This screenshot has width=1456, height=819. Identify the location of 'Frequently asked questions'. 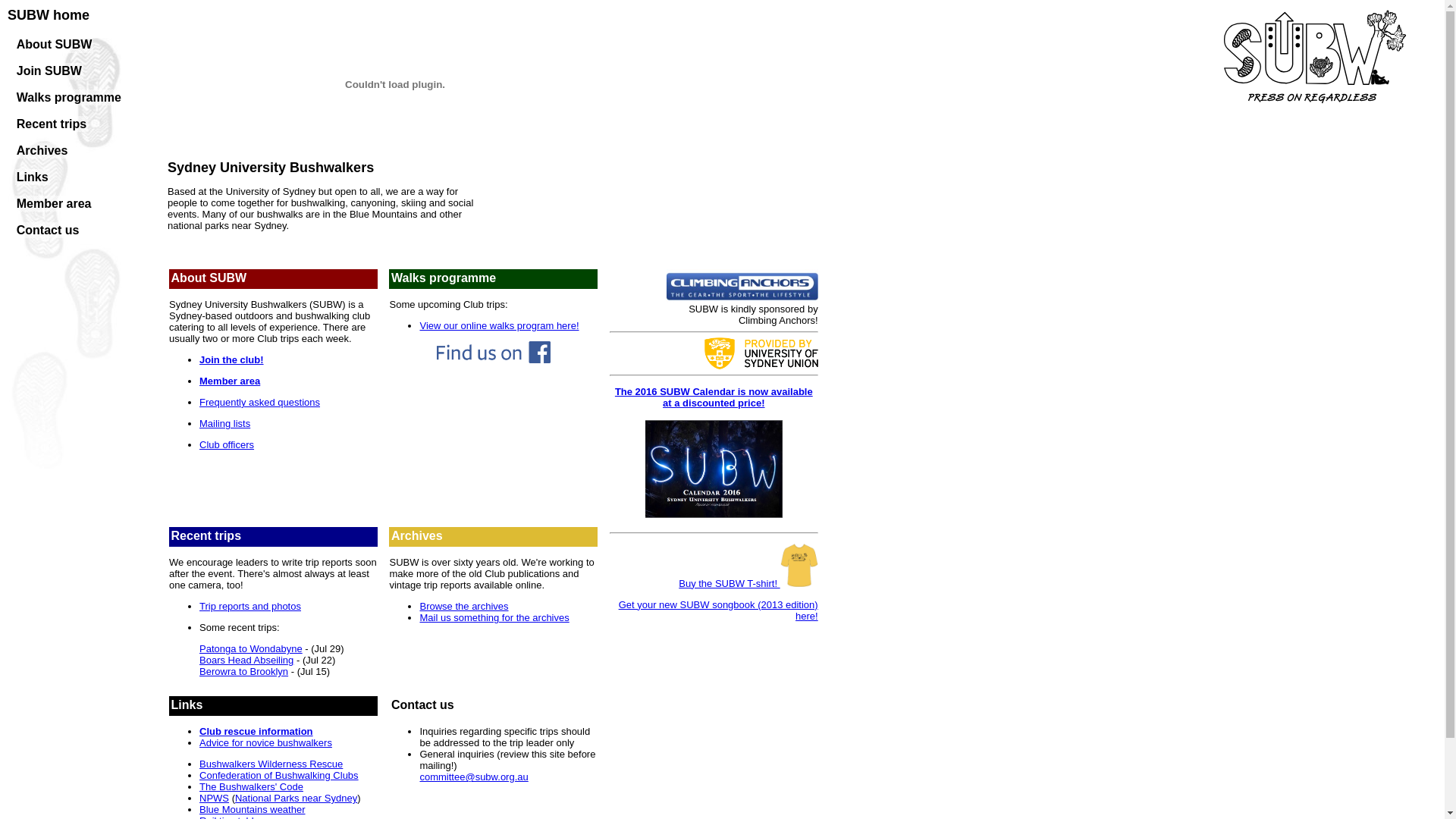
(199, 401).